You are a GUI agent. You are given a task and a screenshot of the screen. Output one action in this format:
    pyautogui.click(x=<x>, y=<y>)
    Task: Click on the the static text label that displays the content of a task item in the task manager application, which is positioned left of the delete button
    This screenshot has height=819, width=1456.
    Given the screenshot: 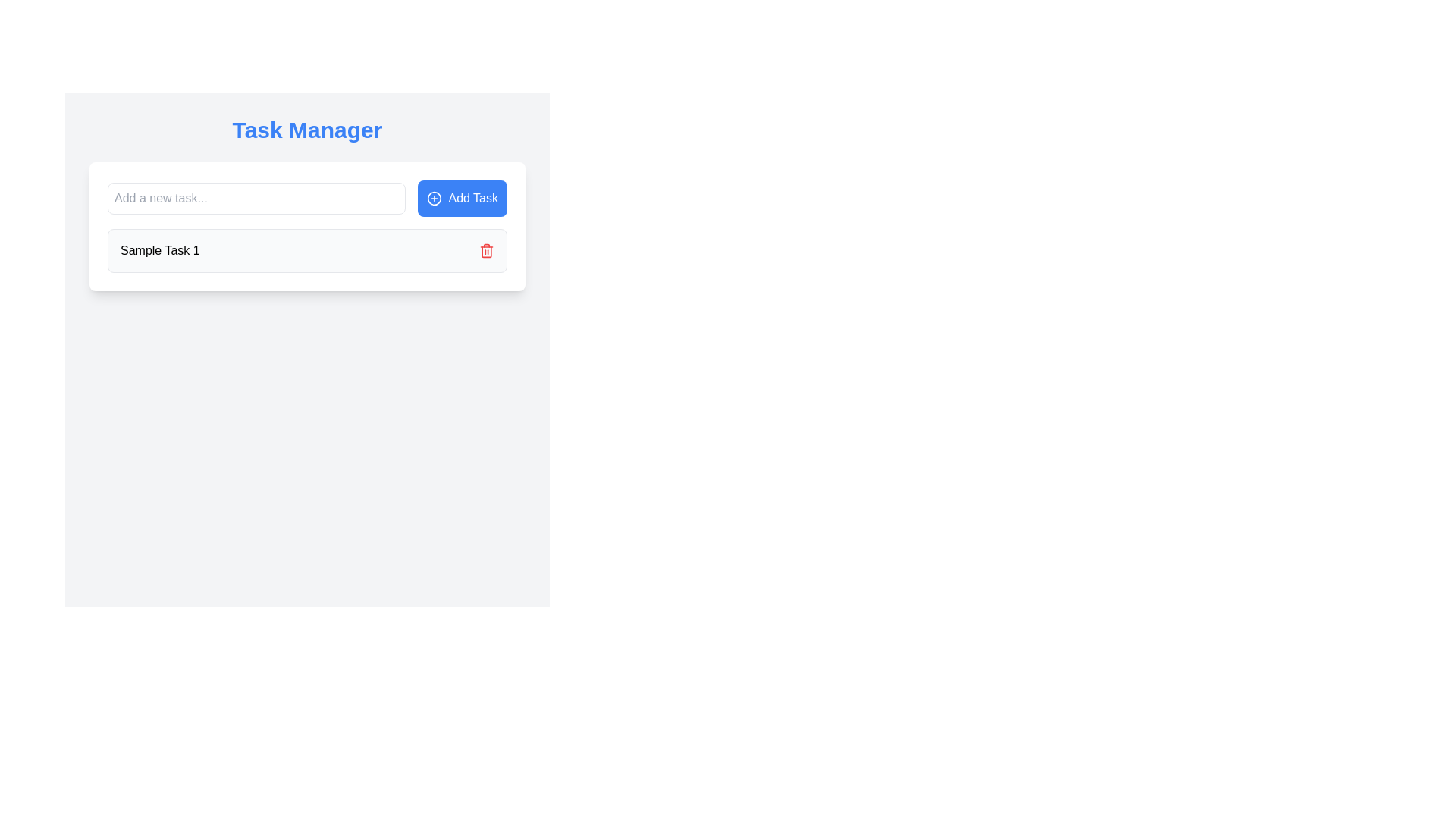 What is the action you would take?
    pyautogui.click(x=160, y=250)
    